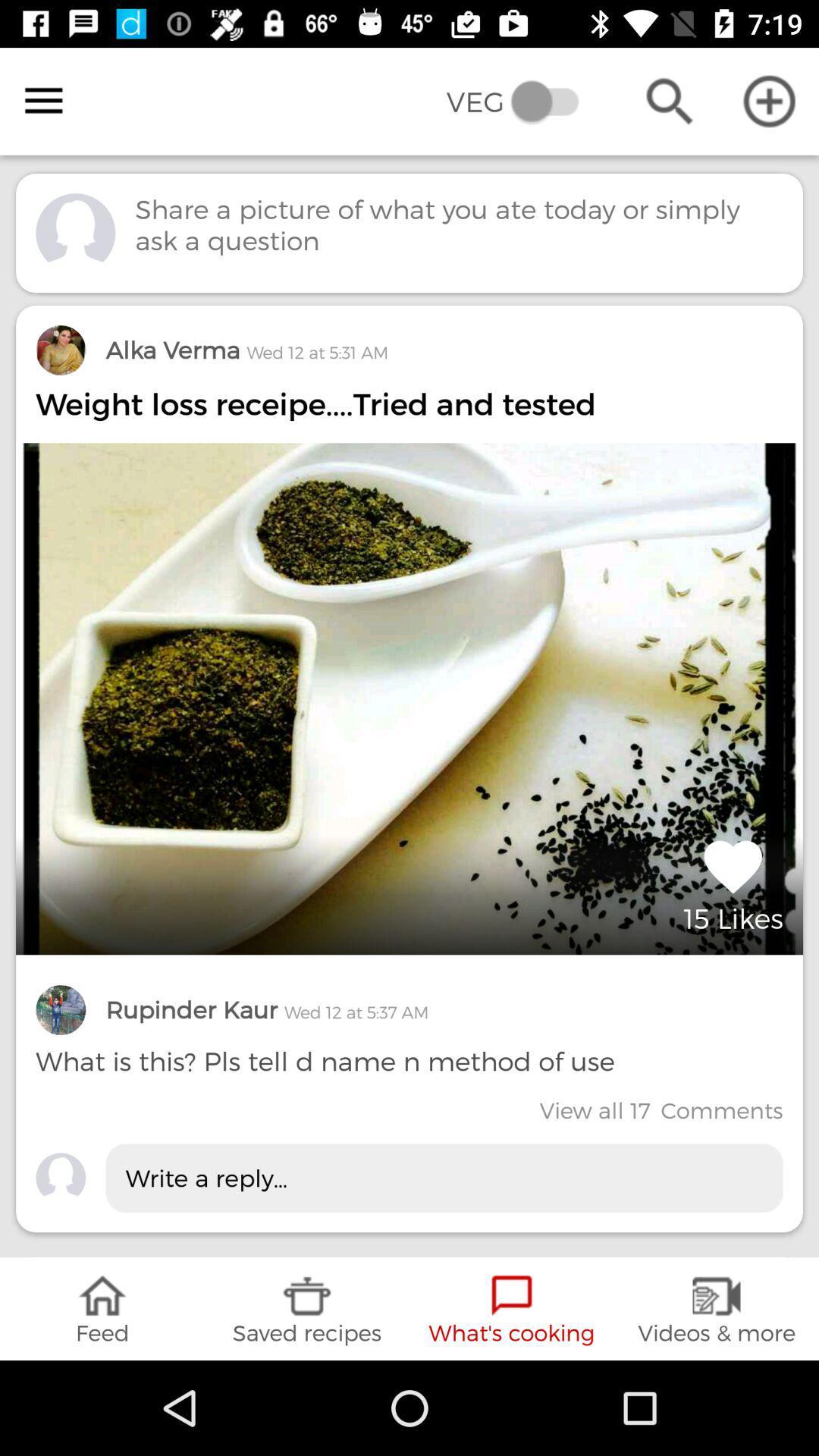  Describe the element at coordinates (102, 1308) in the screenshot. I see `item next to the saved recipes icon` at that location.